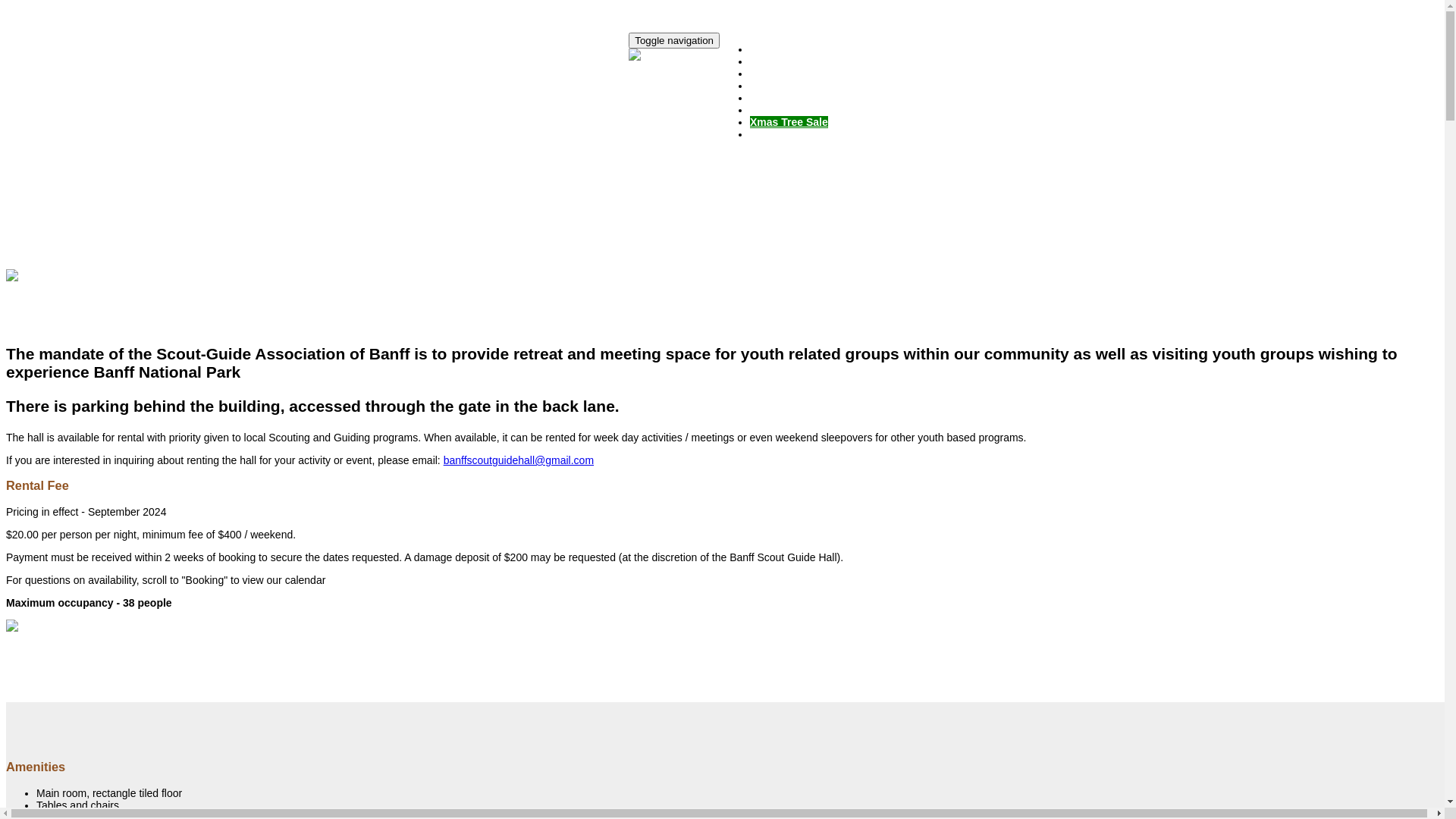 This screenshot has width=1456, height=819. I want to click on 'Contact', so click(769, 133).